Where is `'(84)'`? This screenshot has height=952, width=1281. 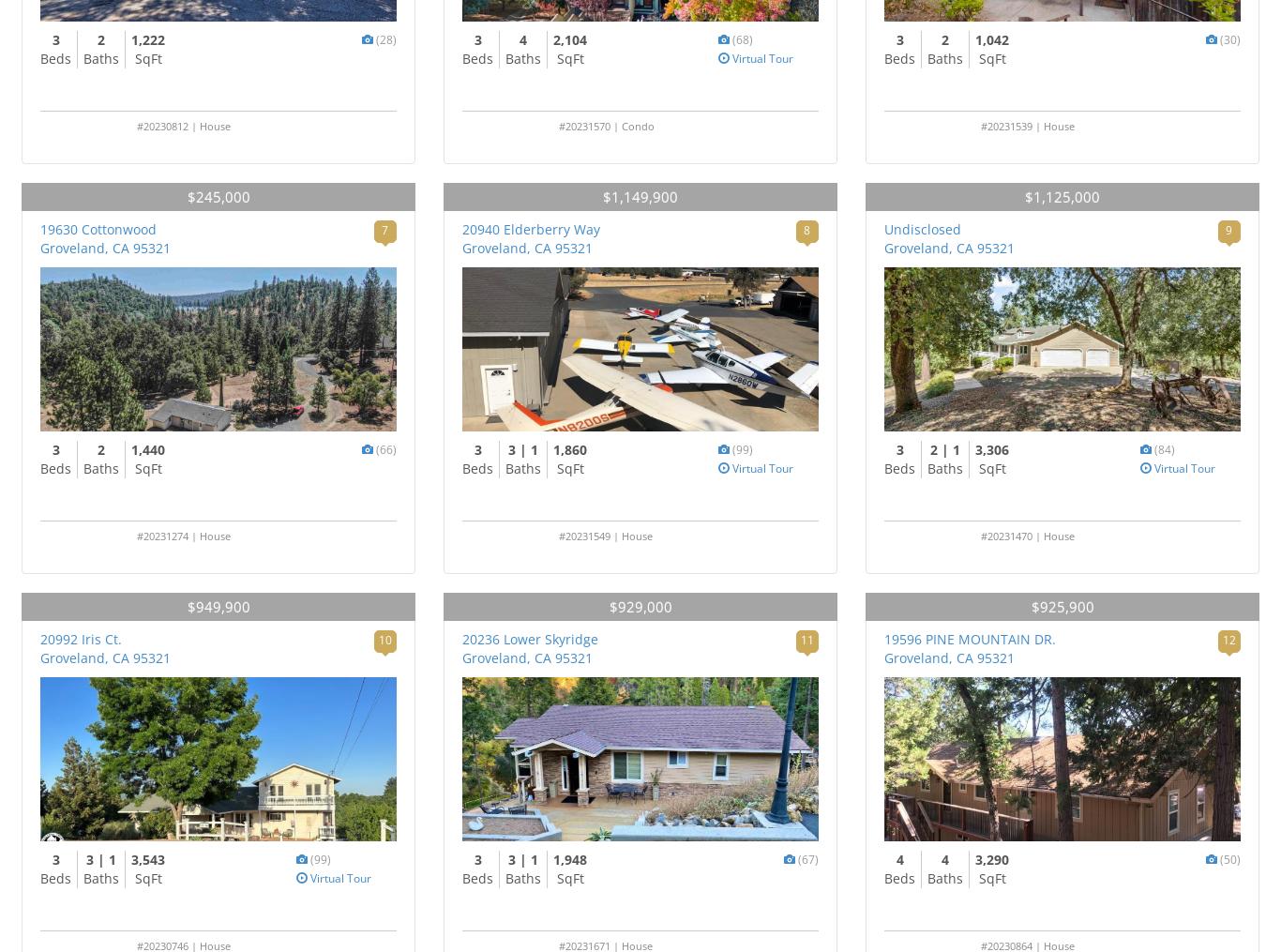
'(84)' is located at coordinates (1164, 448).